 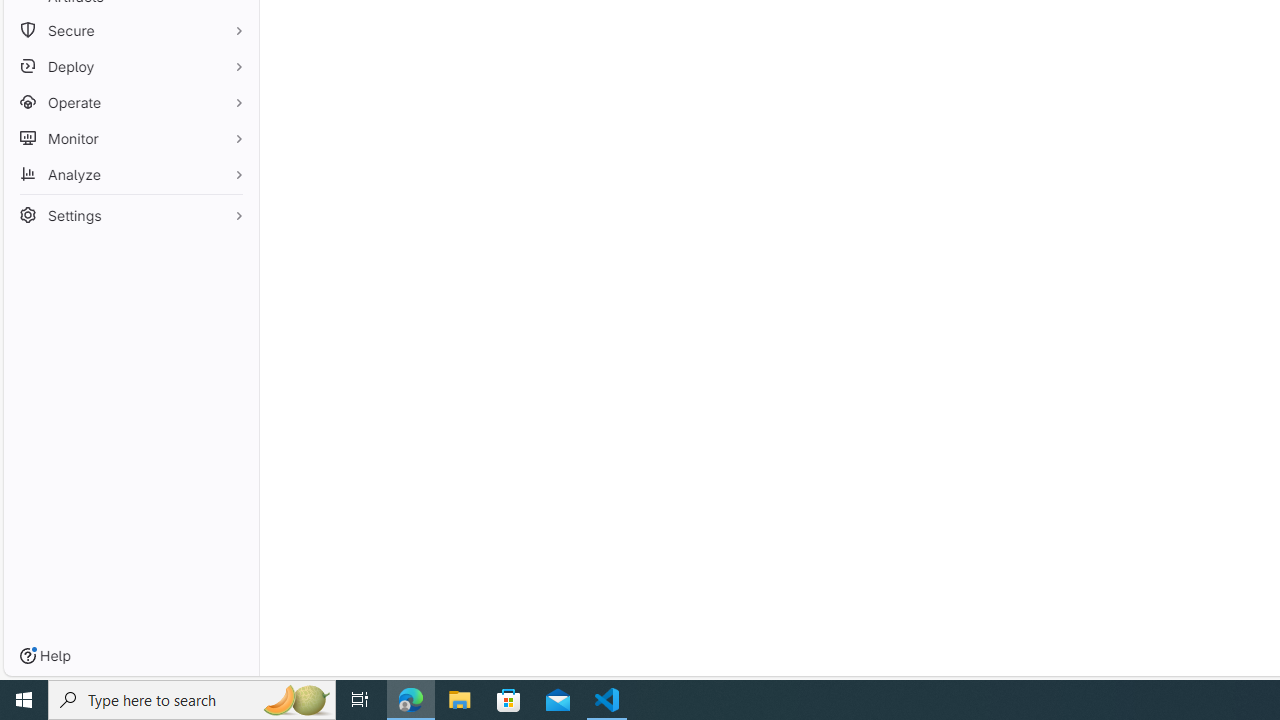 What do you see at coordinates (130, 173) in the screenshot?
I see `'Analyze'` at bounding box center [130, 173].